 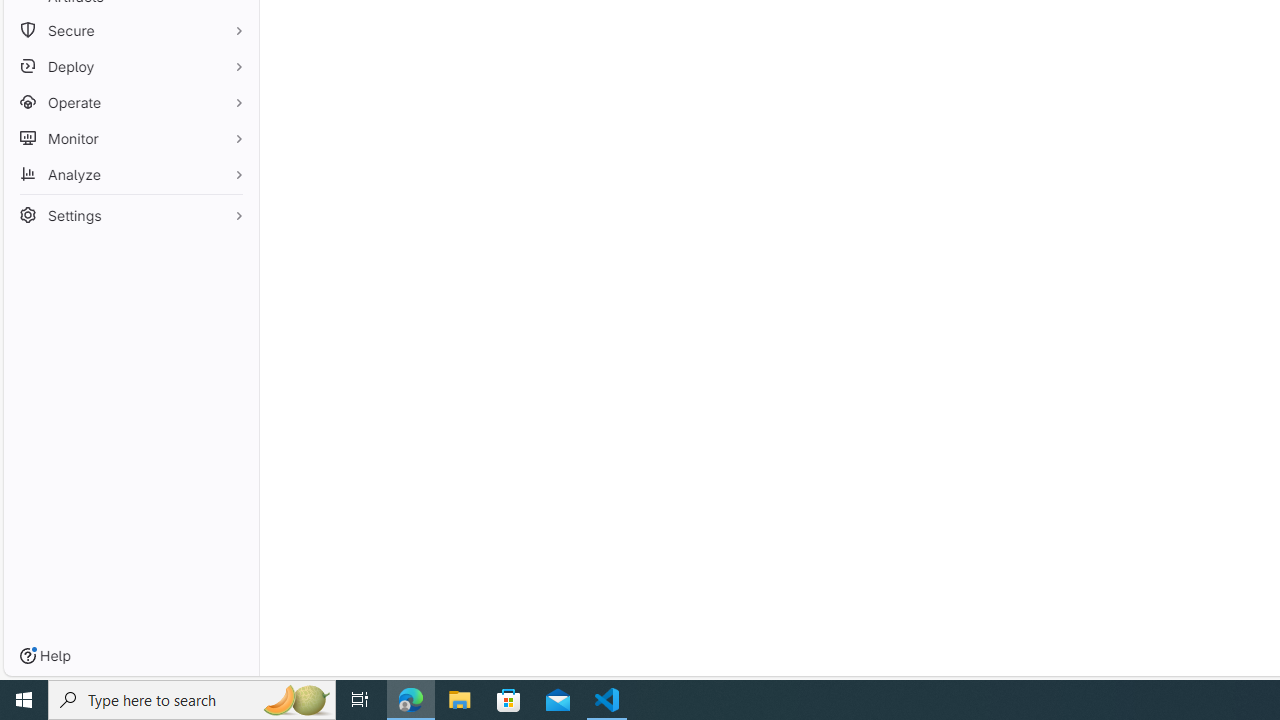 What do you see at coordinates (130, 173) in the screenshot?
I see `'Analyze'` at bounding box center [130, 173].